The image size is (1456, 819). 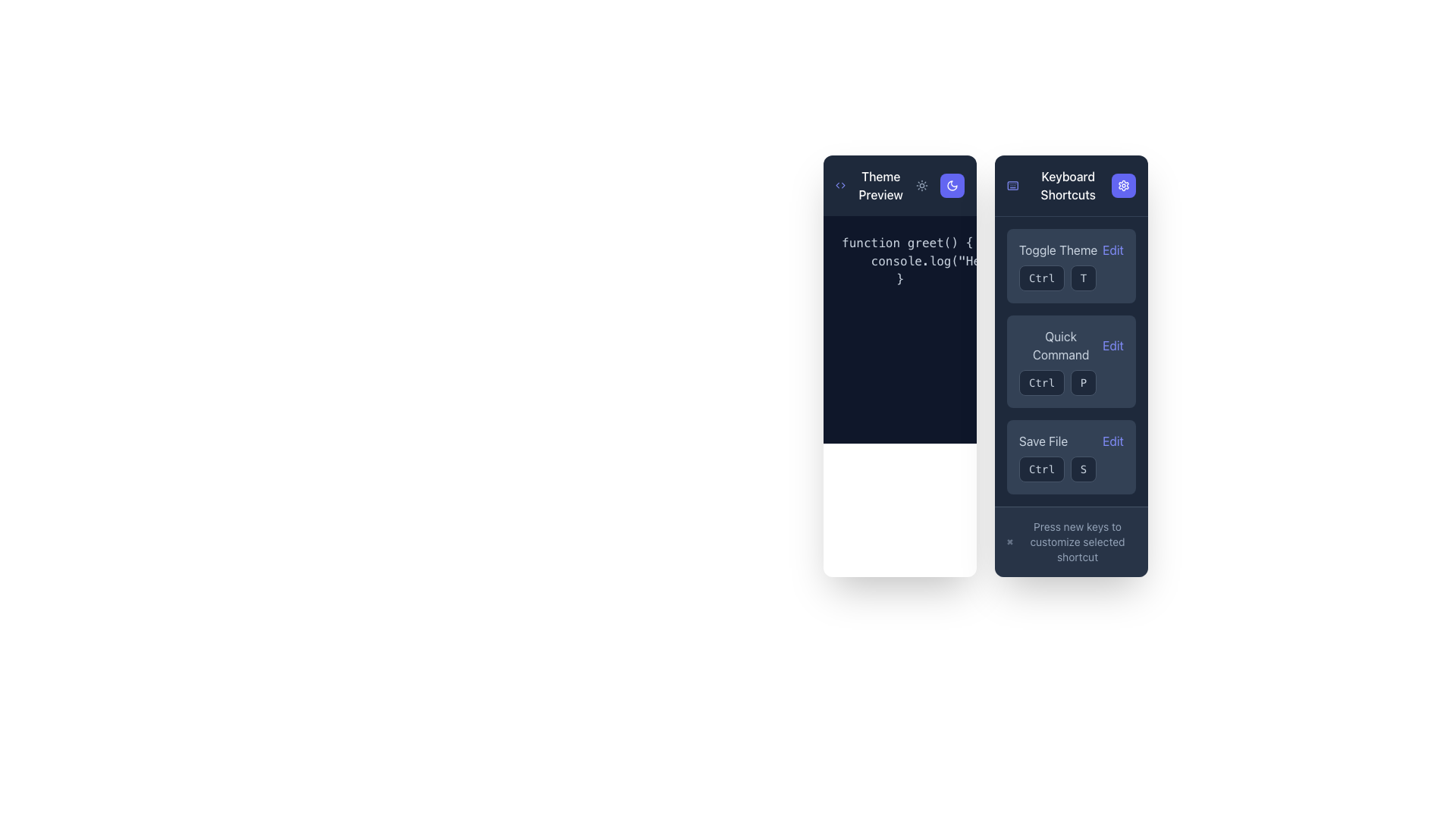 I want to click on the 'Edit' link within the first entry of the vertical list of interactive elements labeled 'Keyboard Shortcuts' to modify the keyboard shortcut, so click(x=1070, y=265).